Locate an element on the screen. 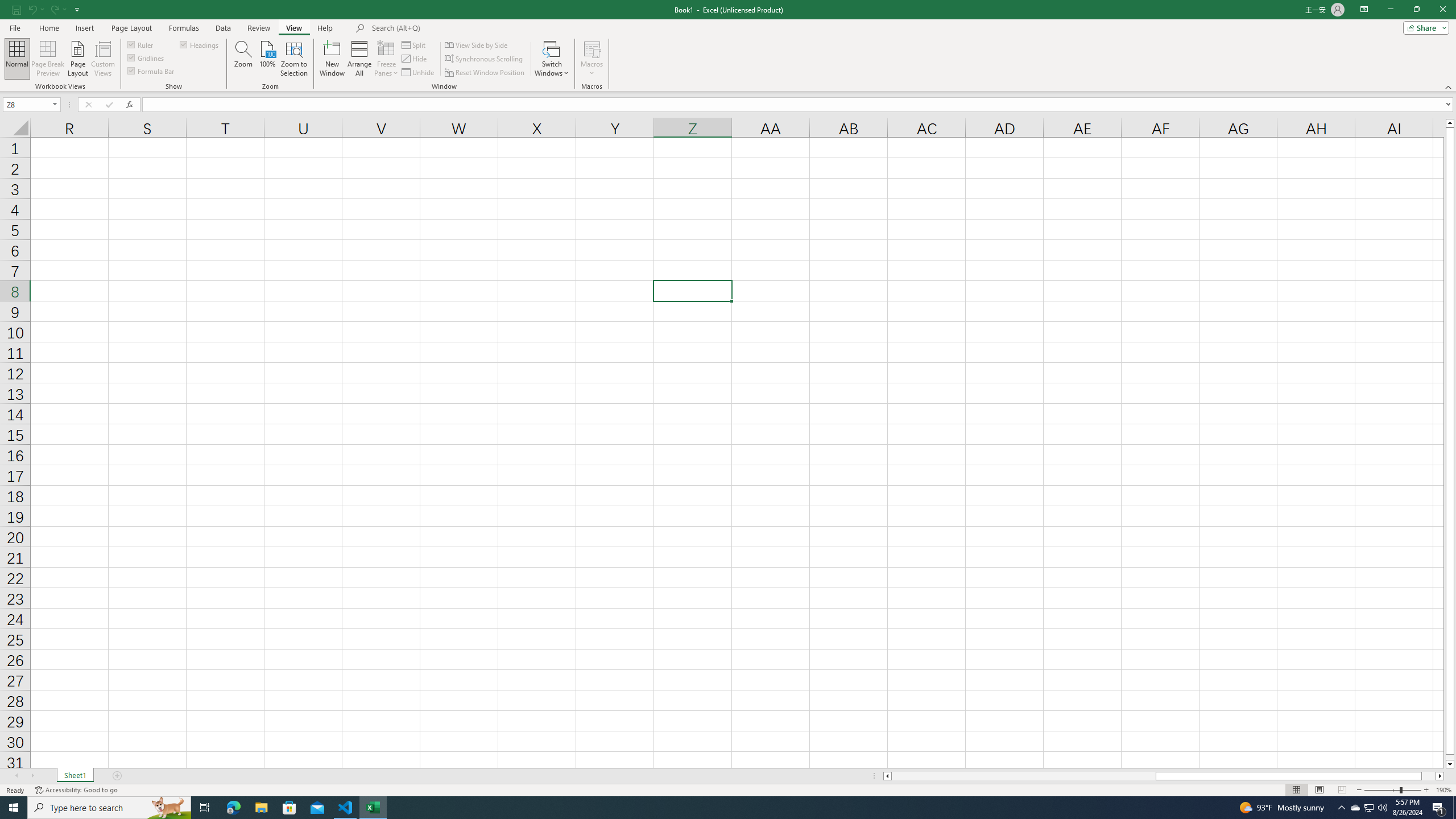 The width and height of the screenshot is (1456, 819). 'Unhide...' is located at coordinates (419, 72).